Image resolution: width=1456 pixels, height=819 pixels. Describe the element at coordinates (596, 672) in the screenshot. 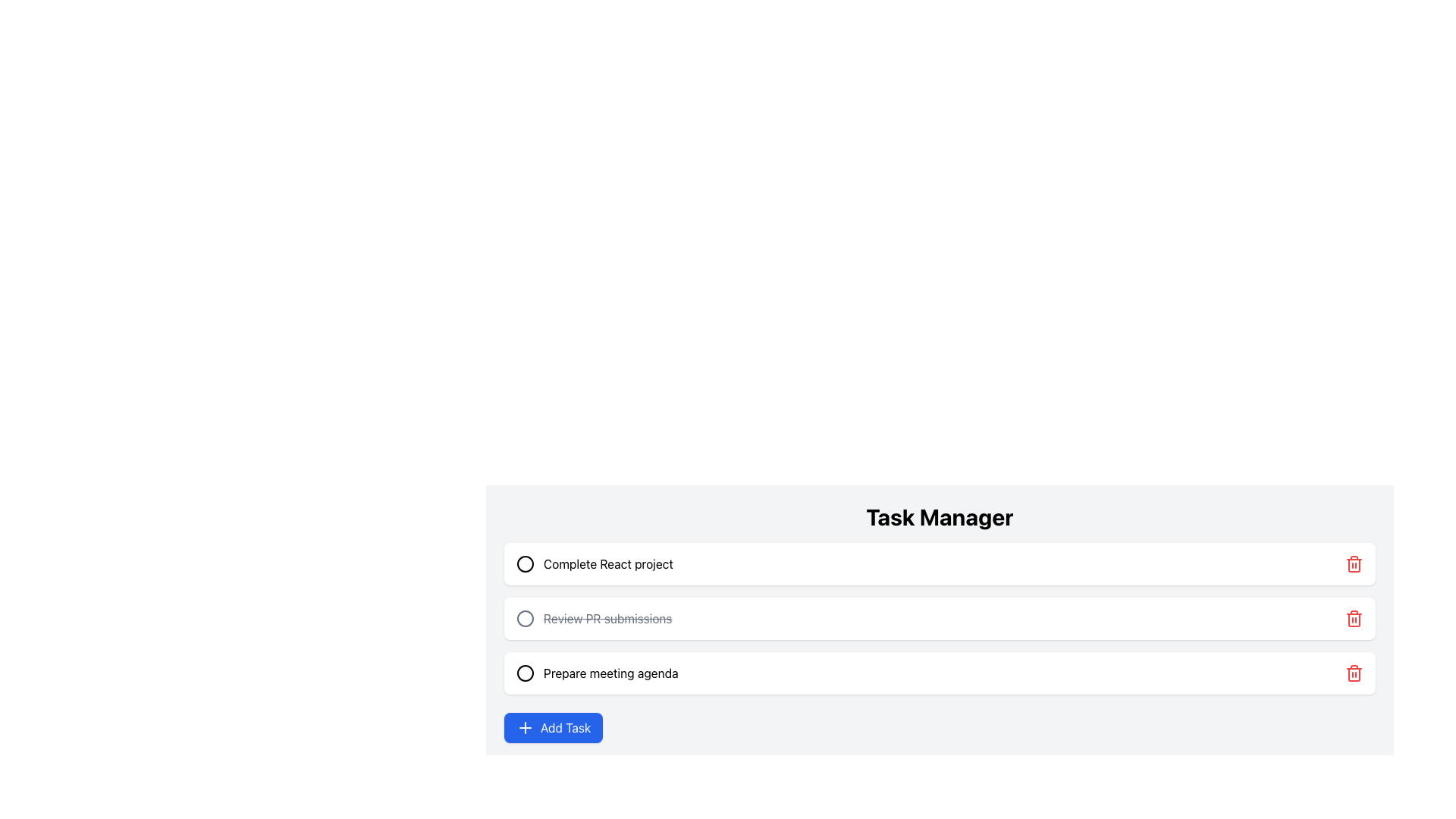

I see `the task item element labeled 'Prepare meeting agenda'` at that location.